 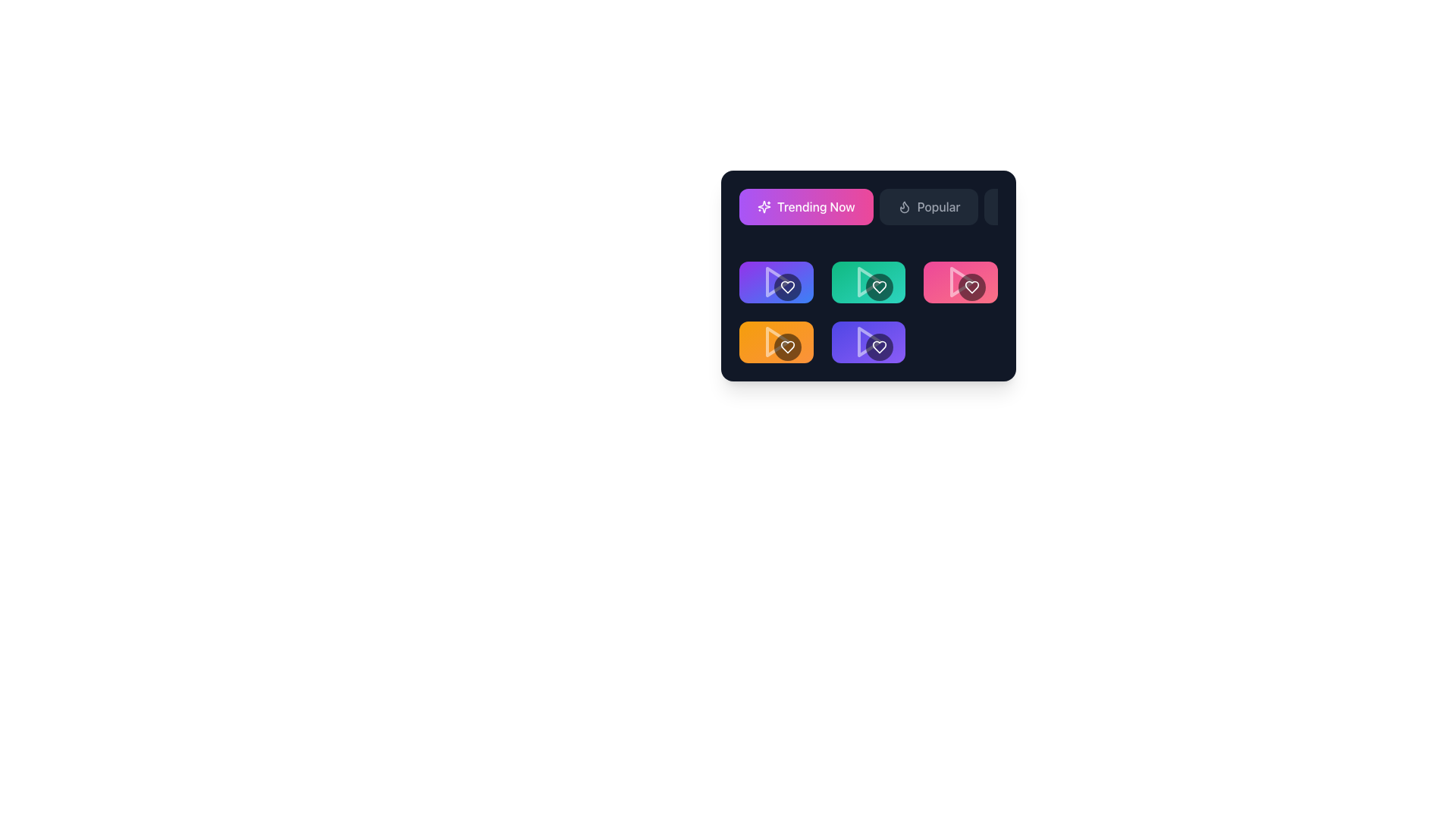 What do you see at coordinates (776, 342) in the screenshot?
I see `the play icon located in the second item of the third row within a grid of colorful buttons in the bottom-left rectangle` at bounding box center [776, 342].